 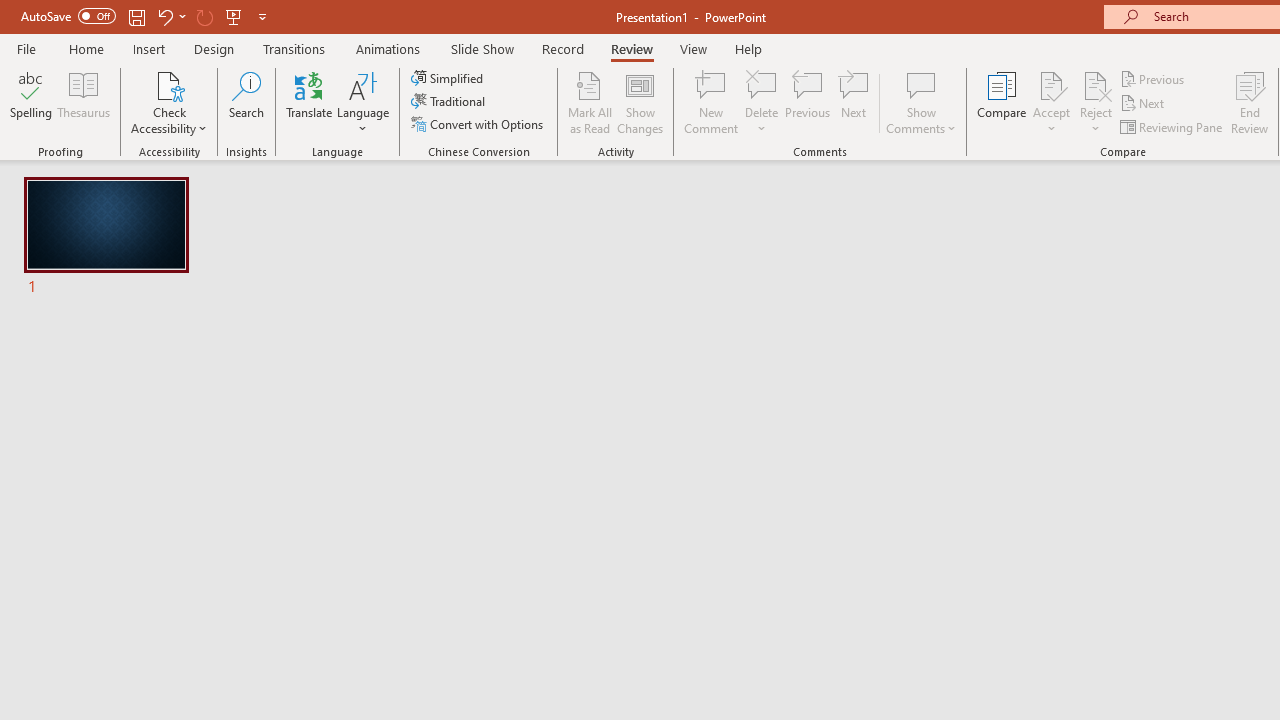 What do you see at coordinates (363, 103) in the screenshot?
I see `'Language'` at bounding box center [363, 103].